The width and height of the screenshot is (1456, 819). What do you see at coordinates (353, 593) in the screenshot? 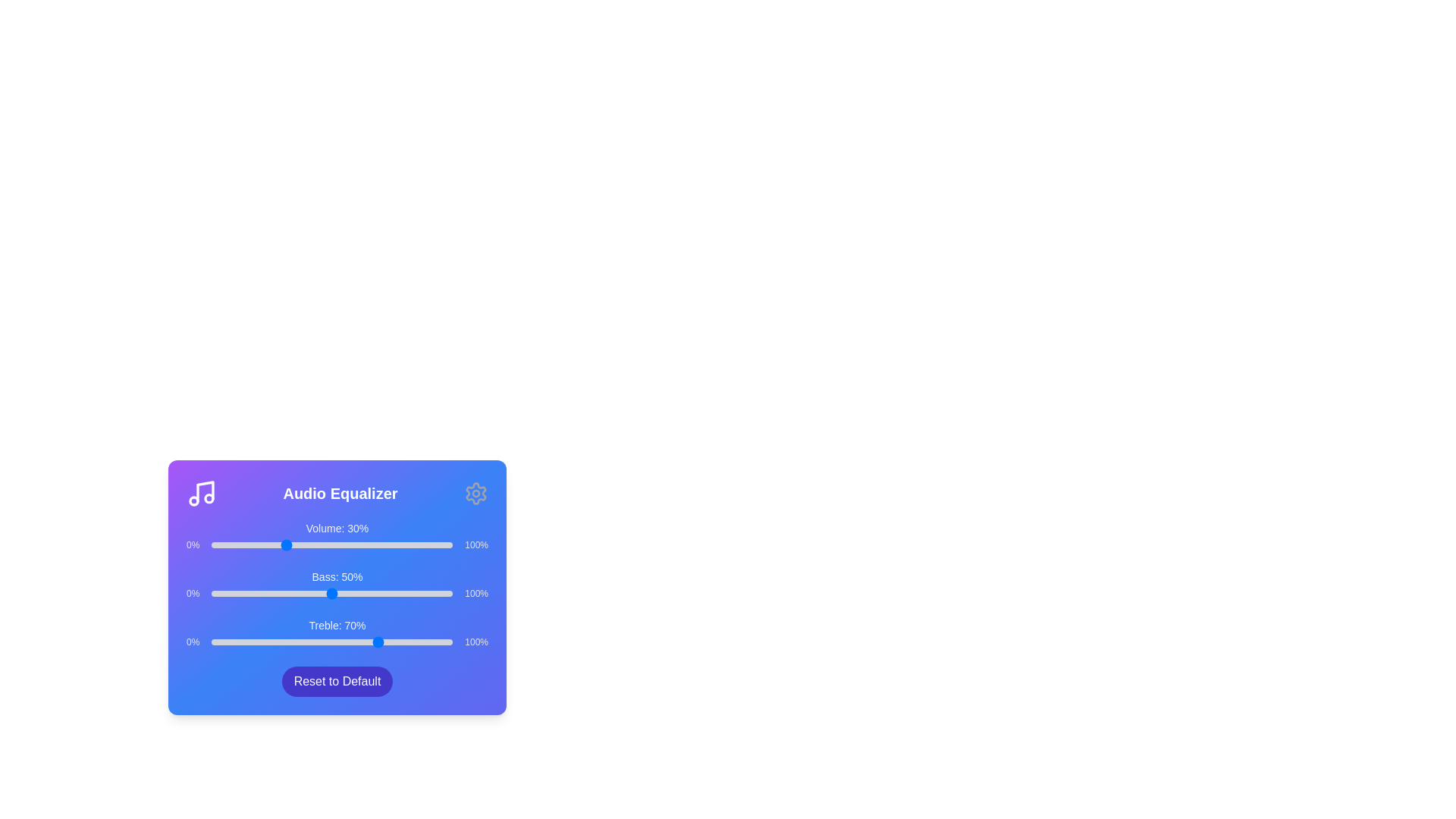
I see `the Bass slider to 59%` at bounding box center [353, 593].